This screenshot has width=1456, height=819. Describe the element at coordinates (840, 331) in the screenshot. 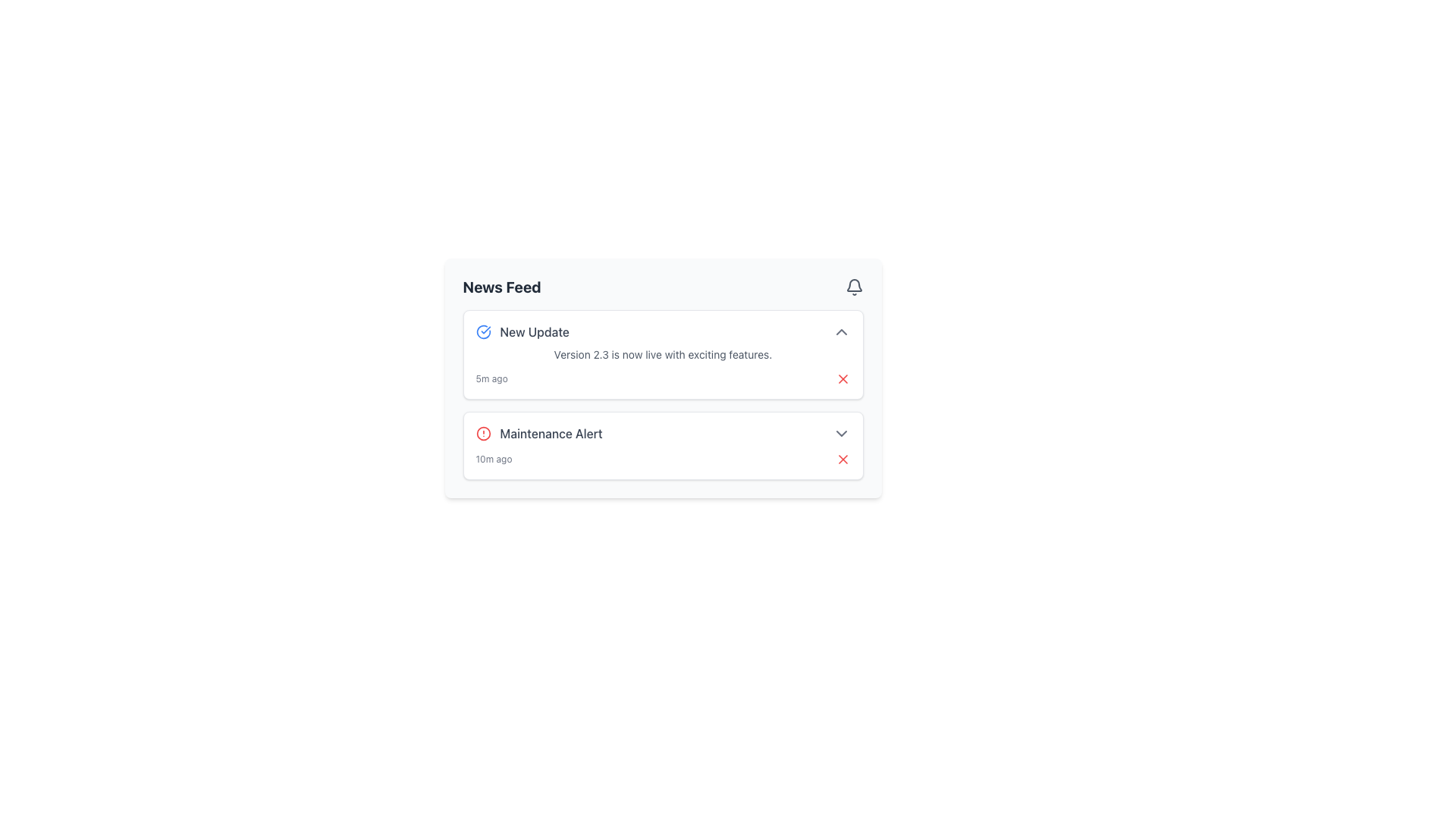

I see `the gray upward-facing chevron icon located in the top right corner of the 'New Update' card` at that location.